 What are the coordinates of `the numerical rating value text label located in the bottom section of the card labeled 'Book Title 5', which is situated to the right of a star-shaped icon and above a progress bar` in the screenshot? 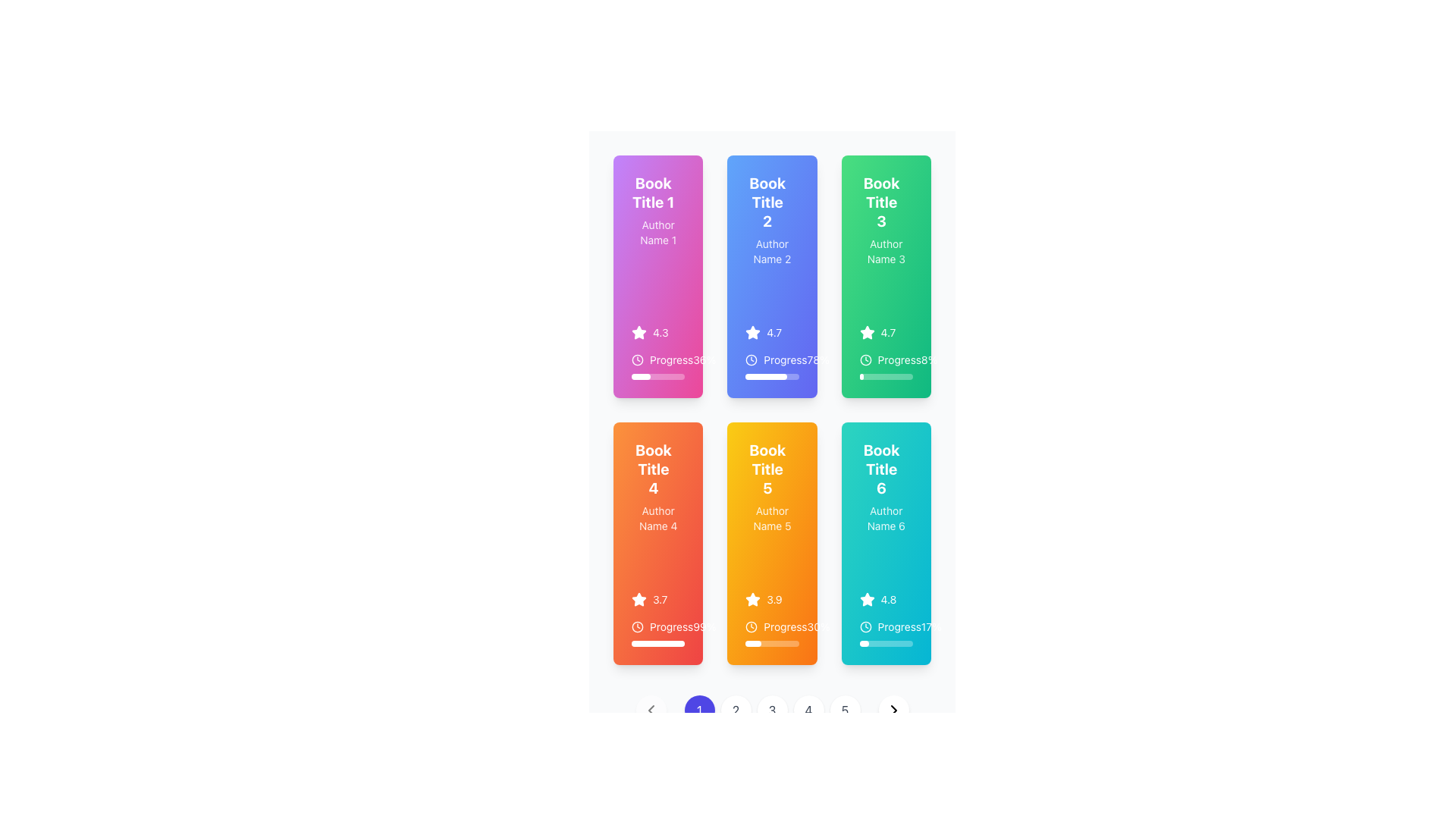 It's located at (774, 598).